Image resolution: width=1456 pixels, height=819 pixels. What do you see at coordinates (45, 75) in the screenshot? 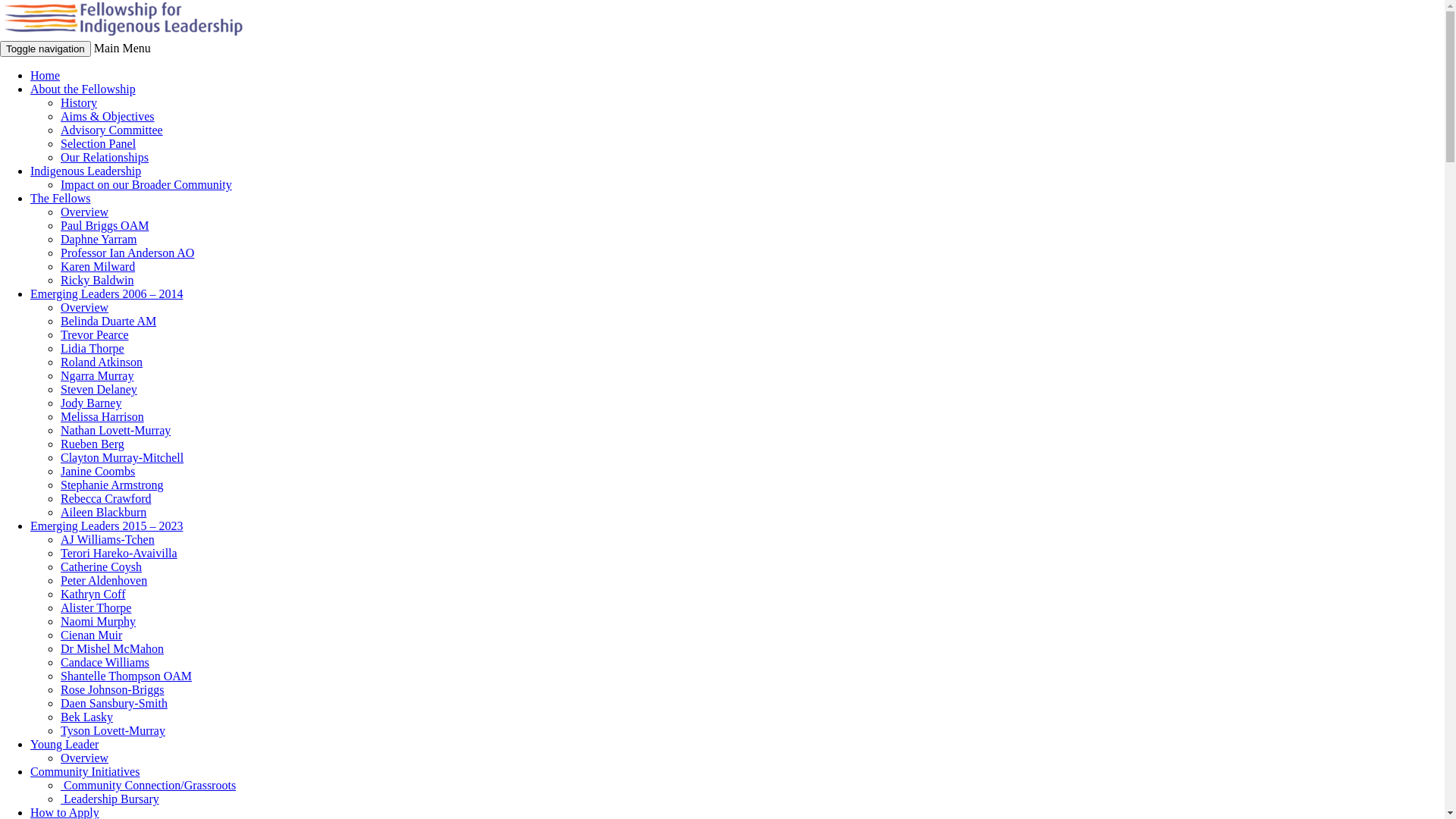
I see `'Home'` at bounding box center [45, 75].